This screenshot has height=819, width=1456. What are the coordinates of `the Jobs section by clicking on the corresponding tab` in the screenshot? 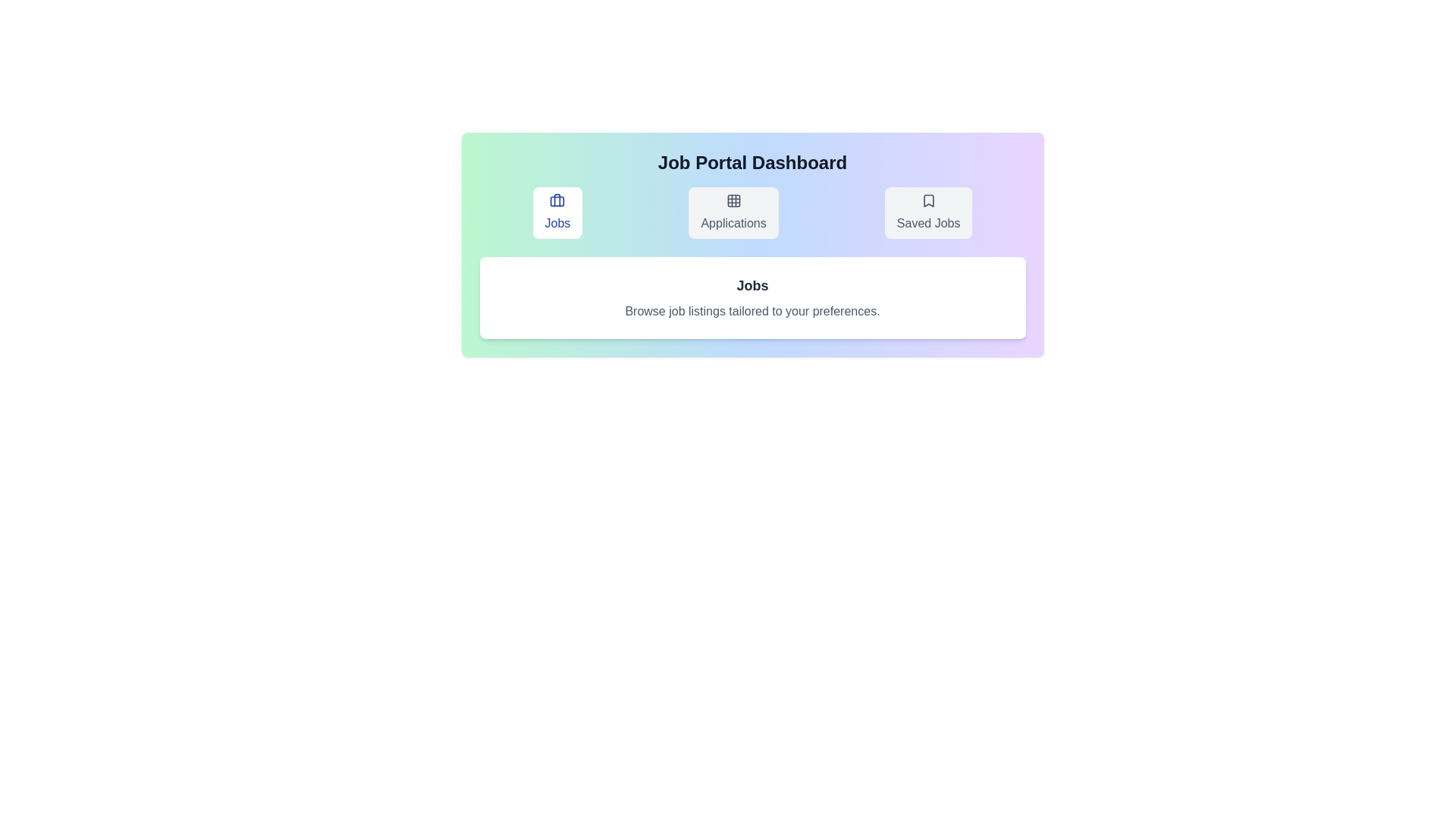 It's located at (557, 213).